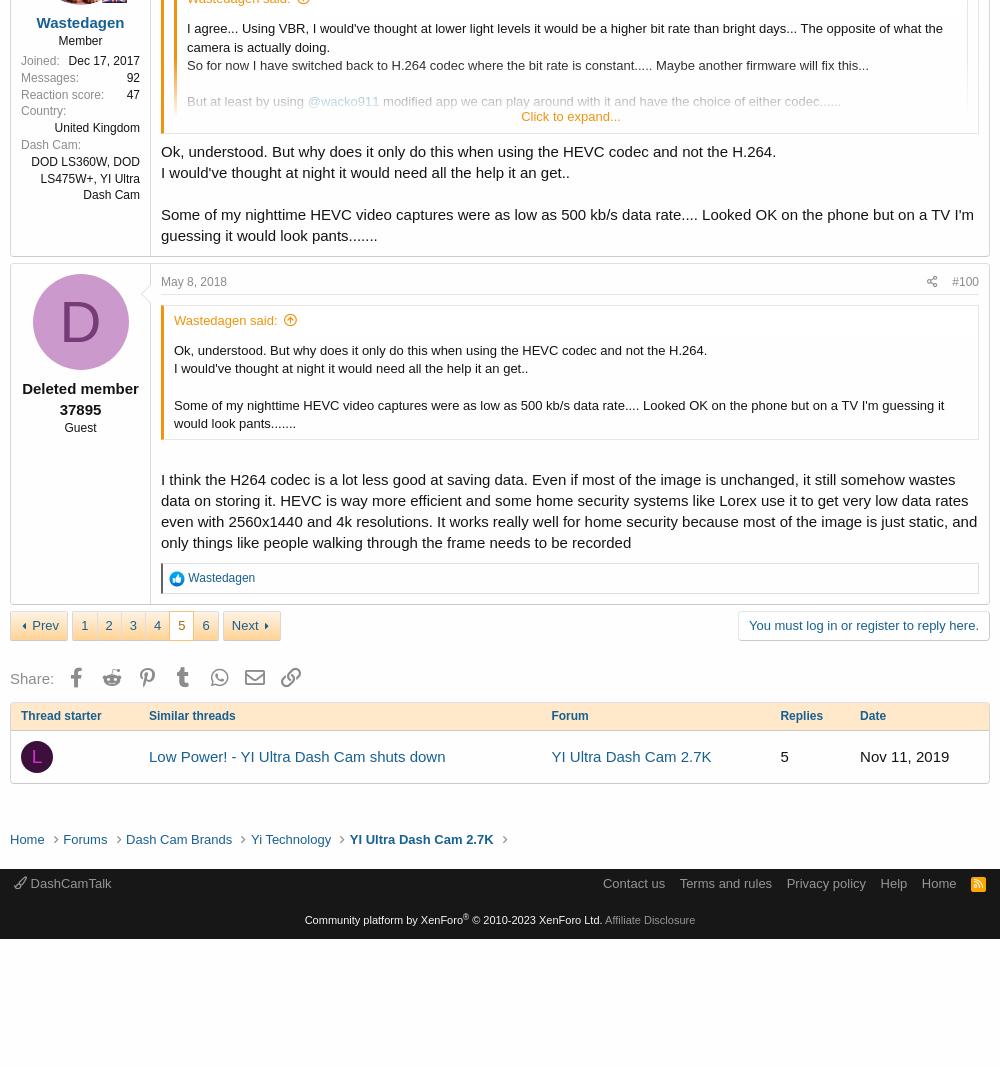 This screenshot has width=1000, height=1066. Describe the element at coordinates (32, 676) in the screenshot. I see `'Share:'` at that location.